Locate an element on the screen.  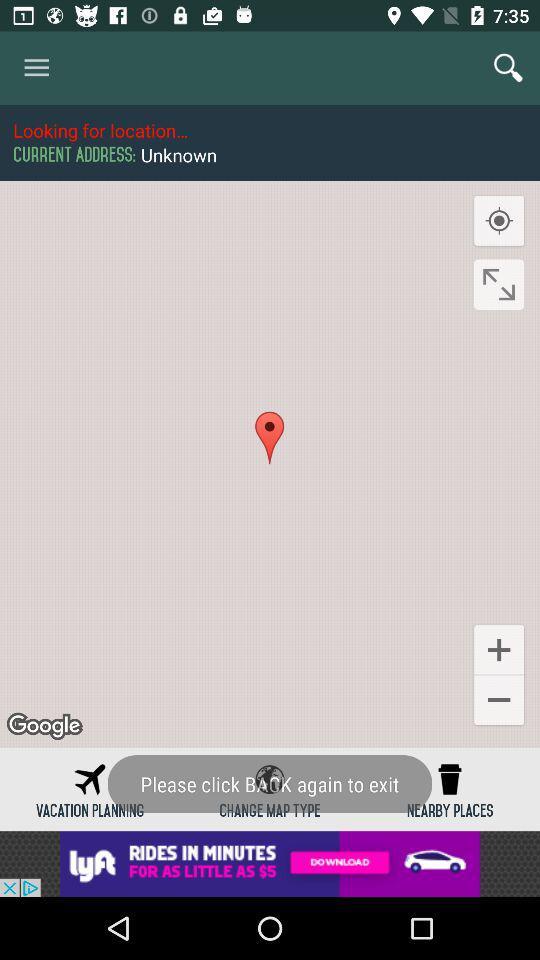
advertisement banner is located at coordinates (270, 863).